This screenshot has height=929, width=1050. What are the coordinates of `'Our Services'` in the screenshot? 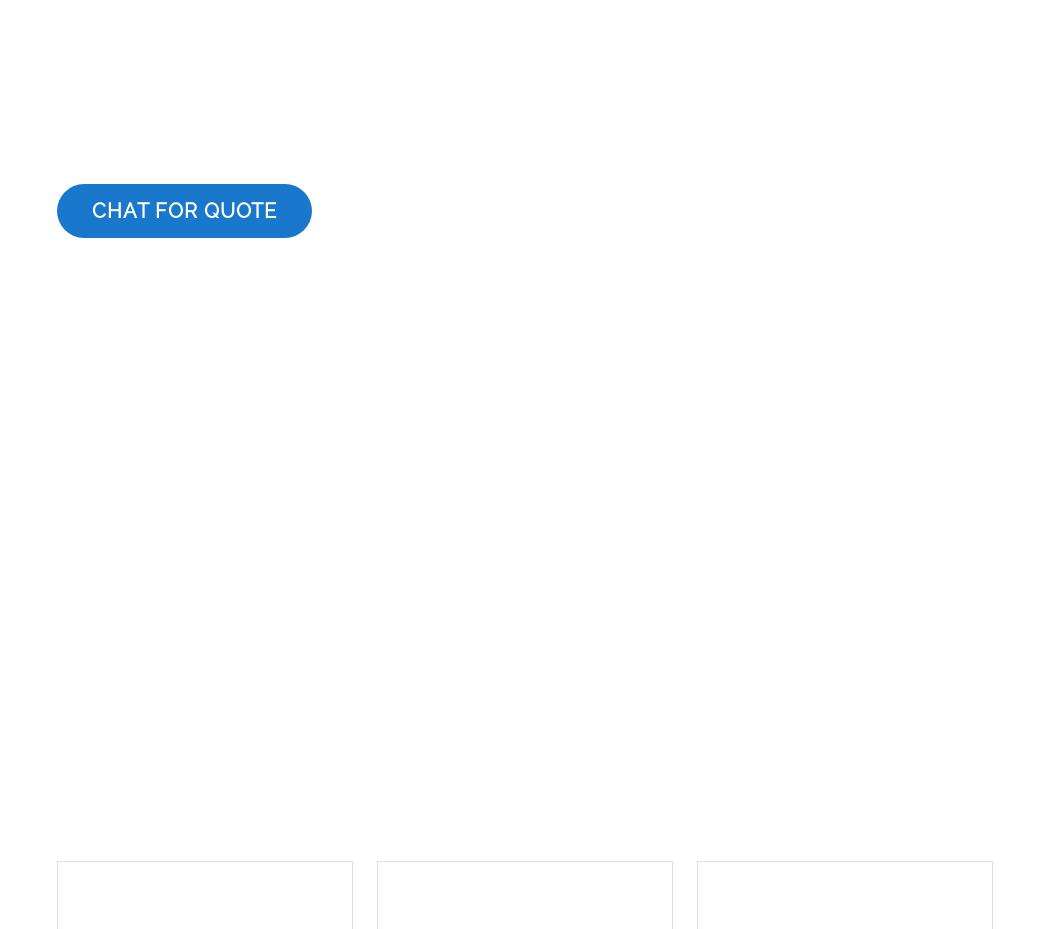 It's located at (56, 677).